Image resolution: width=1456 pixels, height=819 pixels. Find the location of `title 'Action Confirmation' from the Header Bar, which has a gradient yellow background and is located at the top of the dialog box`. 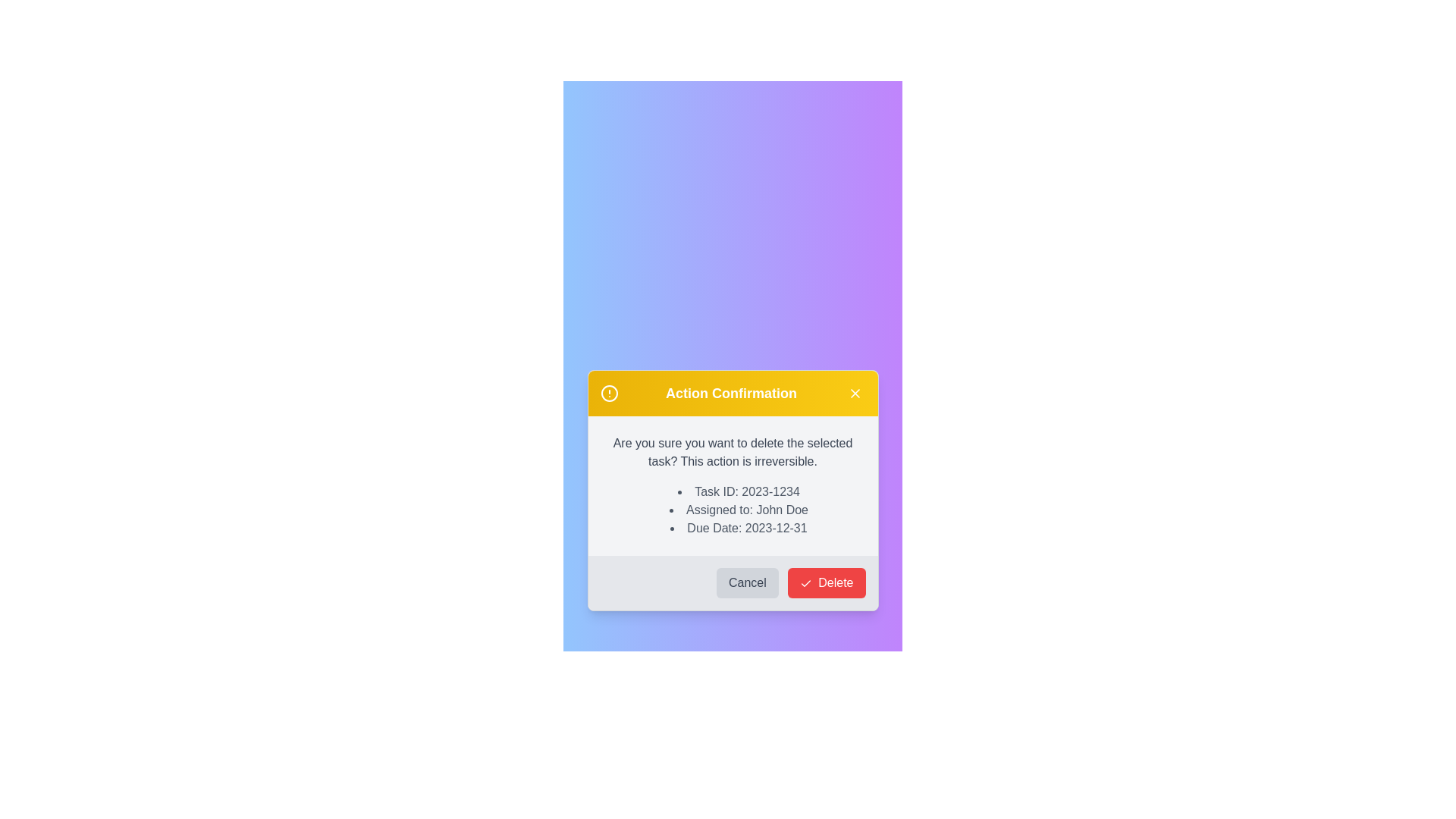

title 'Action Confirmation' from the Header Bar, which has a gradient yellow background and is located at the top of the dialog box is located at coordinates (733, 393).